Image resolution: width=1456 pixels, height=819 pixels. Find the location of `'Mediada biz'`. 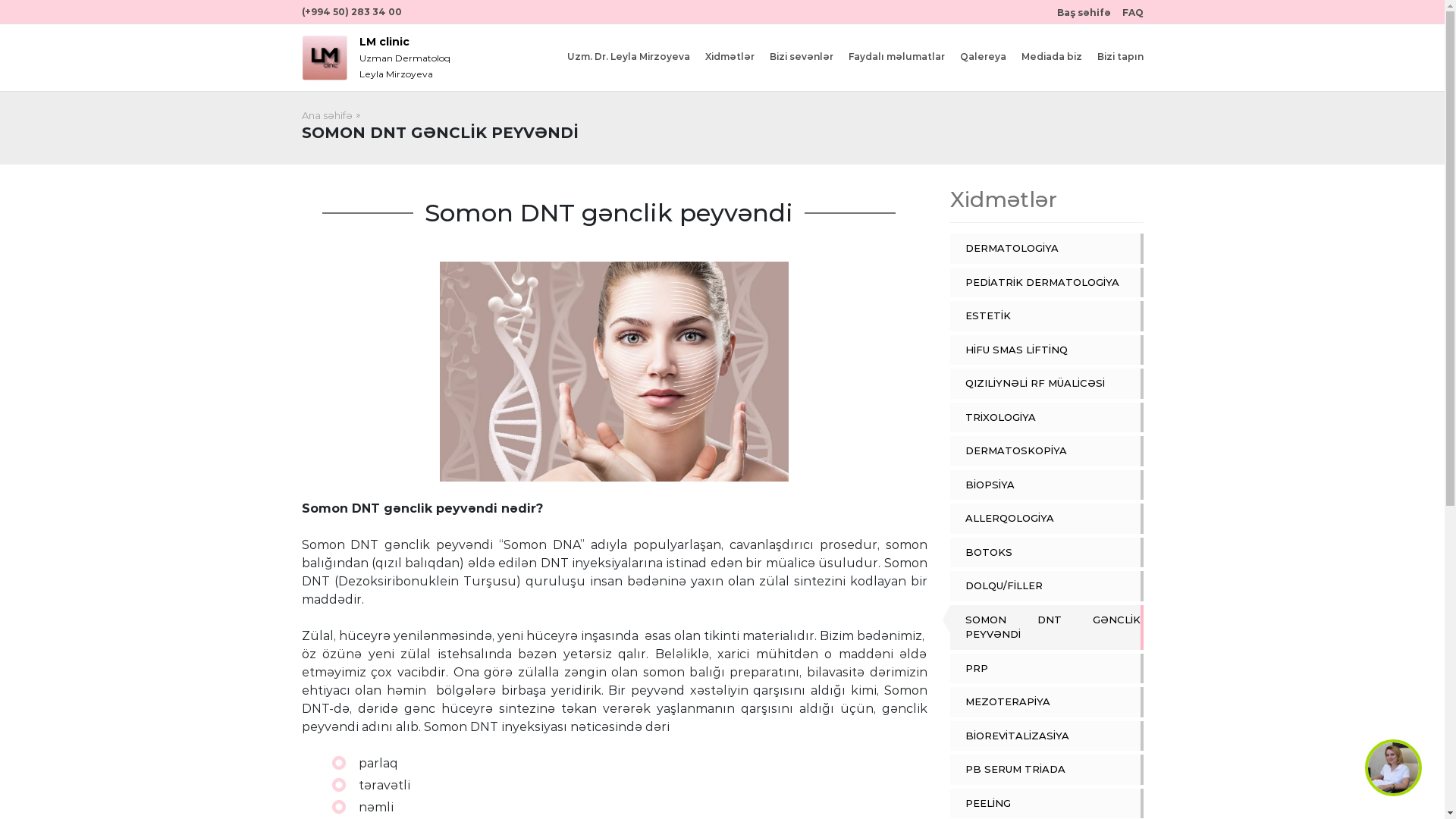

'Mediada biz' is located at coordinates (1020, 55).